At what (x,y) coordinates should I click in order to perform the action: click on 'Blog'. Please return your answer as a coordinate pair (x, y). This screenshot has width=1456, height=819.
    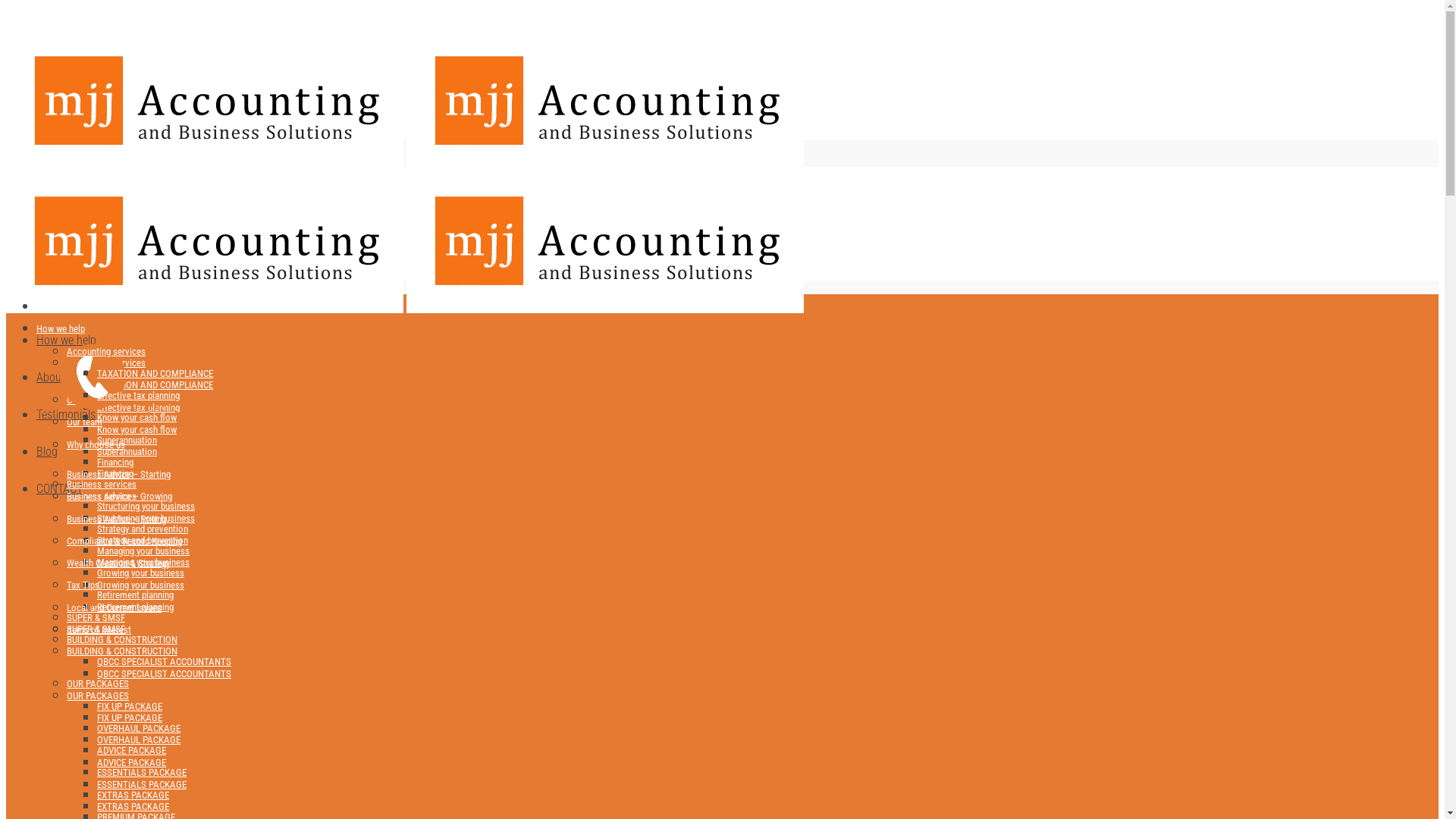
    Looking at the image, I should click on (47, 450).